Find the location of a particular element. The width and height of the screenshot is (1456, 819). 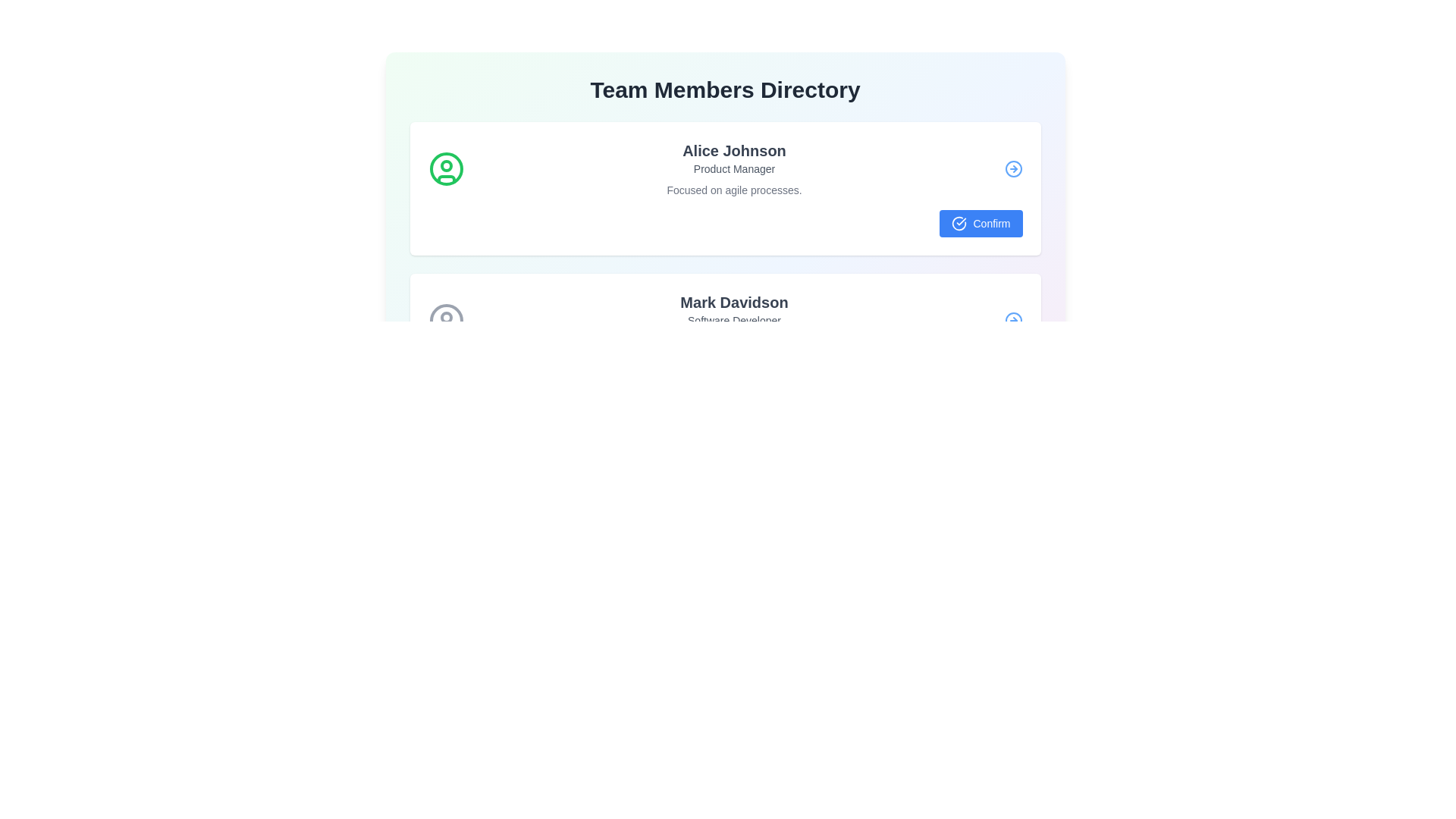

the arrow icon next to the member's name to view their details is located at coordinates (1013, 169).